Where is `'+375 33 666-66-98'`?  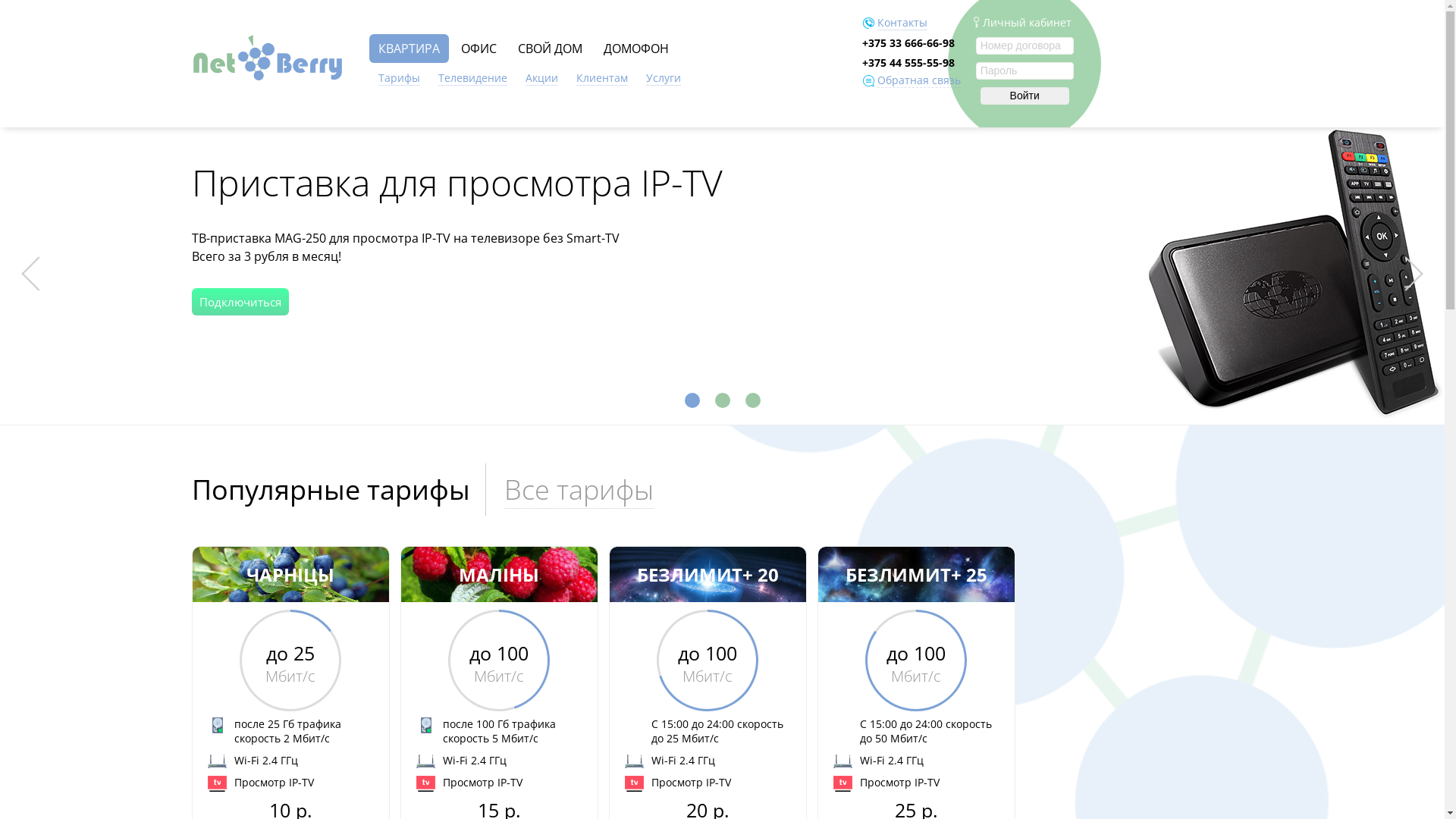 '+375 33 666-66-98' is located at coordinates (907, 42).